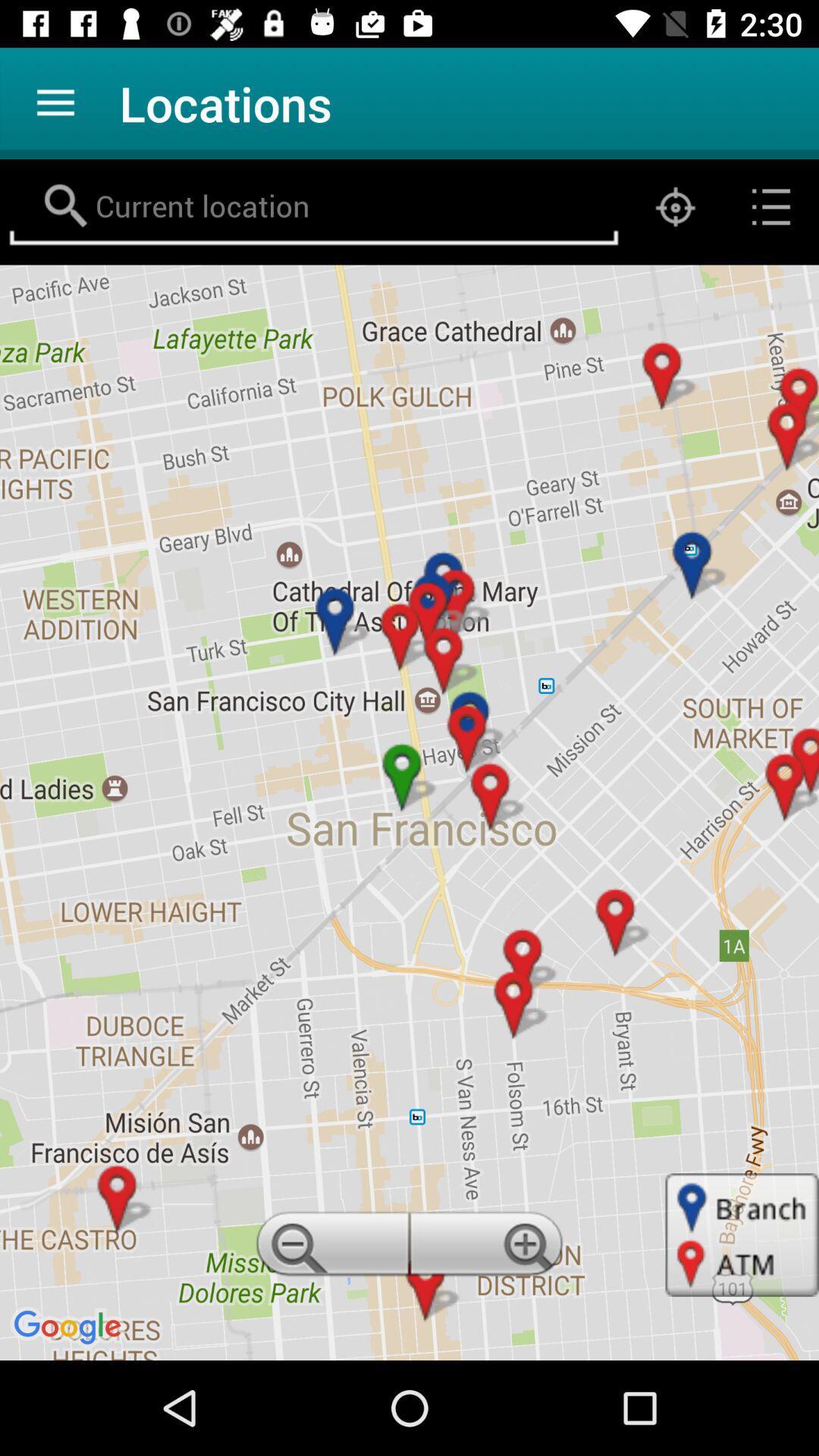 This screenshot has height=1456, width=819. Describe the element at coordinates (771, 206) in the screenshot. I see `the list icon` at that location.